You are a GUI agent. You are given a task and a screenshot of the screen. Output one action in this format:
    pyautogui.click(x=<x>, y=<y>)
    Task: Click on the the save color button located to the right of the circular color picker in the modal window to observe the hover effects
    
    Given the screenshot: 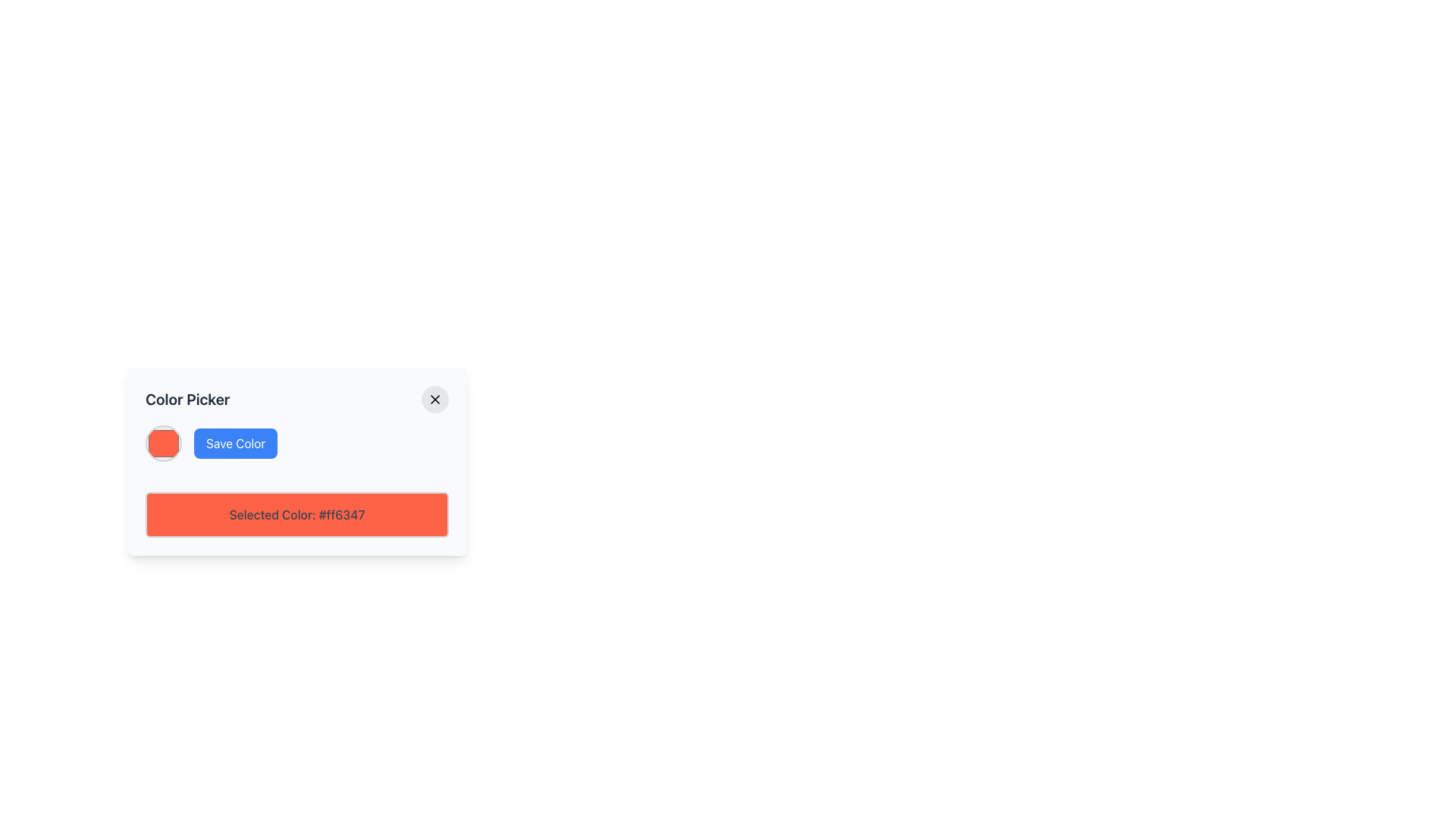 What is the action you would take?
    pyautogui.click(x=235, y=444)
    